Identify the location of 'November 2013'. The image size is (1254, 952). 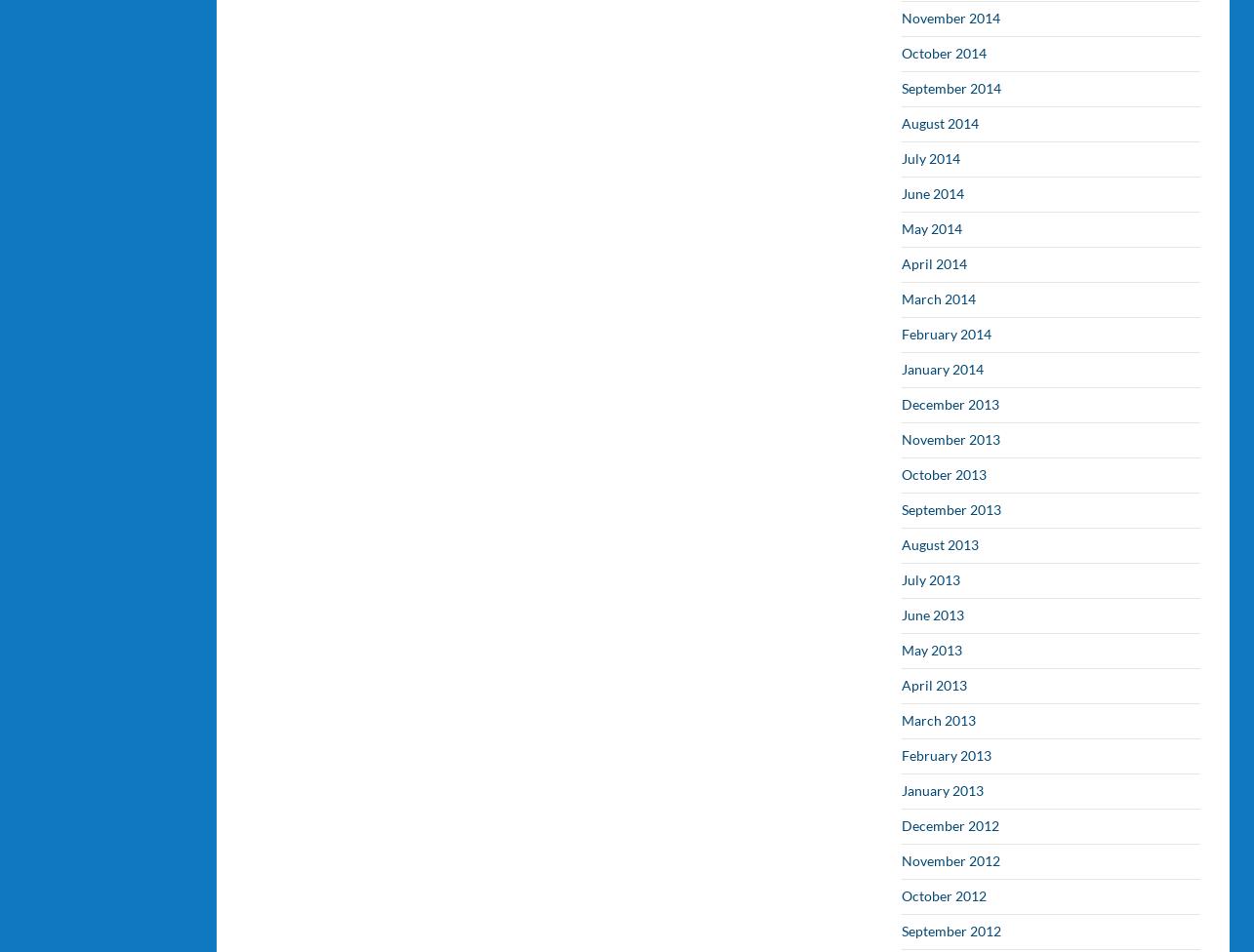
(902, 438).